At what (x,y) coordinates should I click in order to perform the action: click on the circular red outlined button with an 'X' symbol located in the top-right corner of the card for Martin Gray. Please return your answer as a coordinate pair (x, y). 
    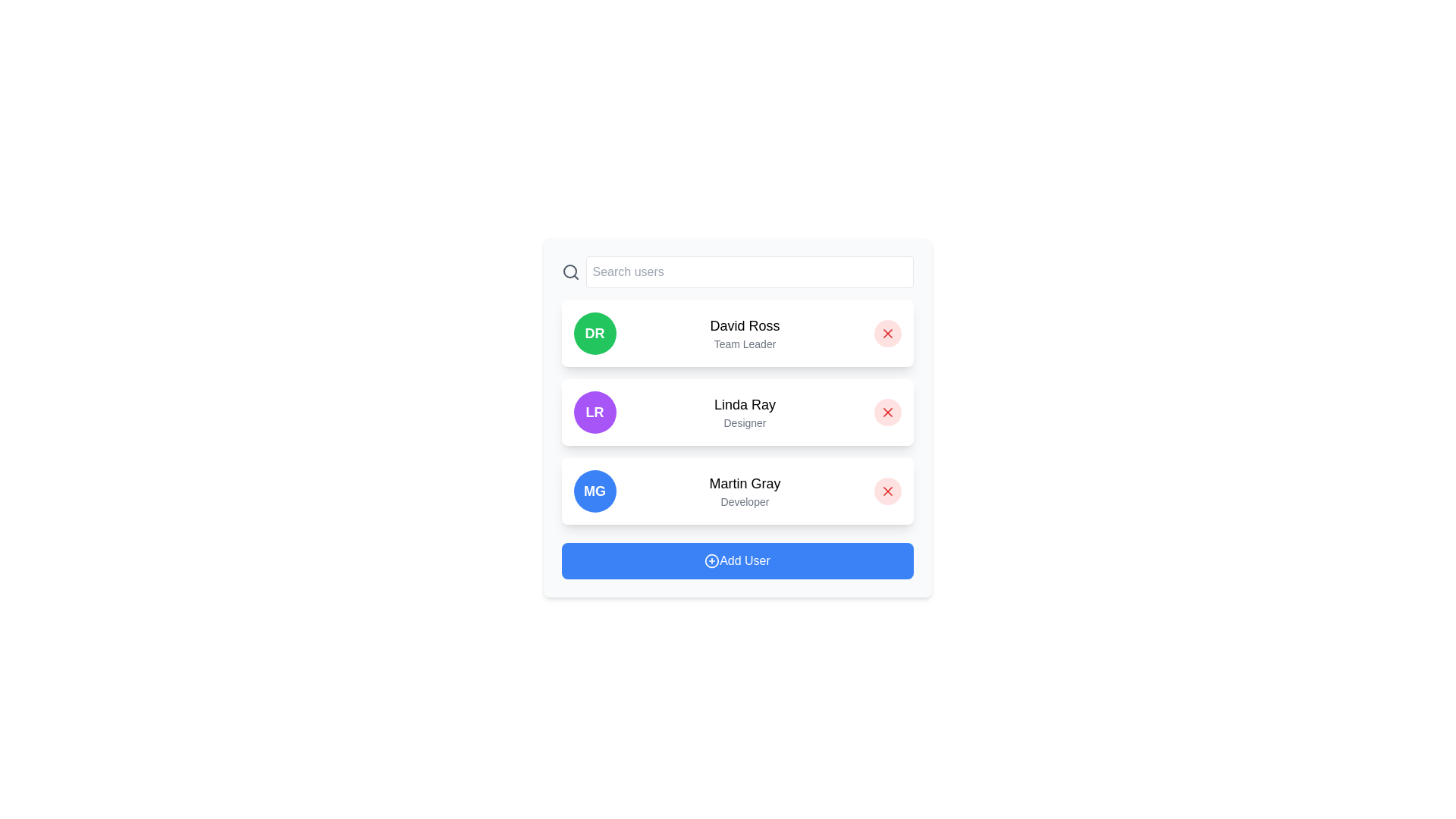
    Looking at the image, I should click on (887, 491).